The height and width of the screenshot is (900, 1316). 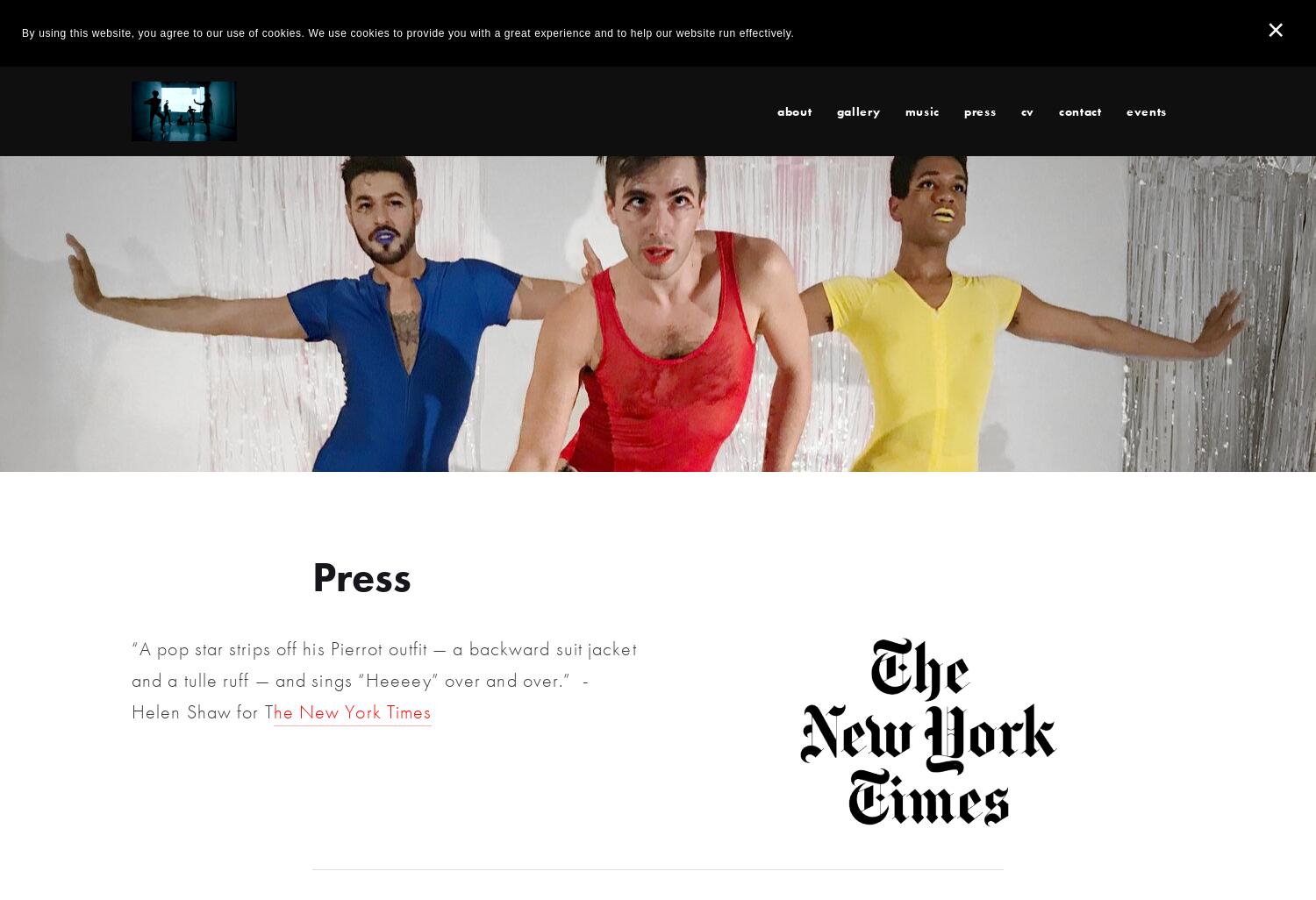 I want to click on '“A pop star strips off his Pierrot outfit — a backward suit jacket and a tulle ruff — and sings “Heeeey” over and over.”  - Helen Shaw for T', so click(x=385, y=679).